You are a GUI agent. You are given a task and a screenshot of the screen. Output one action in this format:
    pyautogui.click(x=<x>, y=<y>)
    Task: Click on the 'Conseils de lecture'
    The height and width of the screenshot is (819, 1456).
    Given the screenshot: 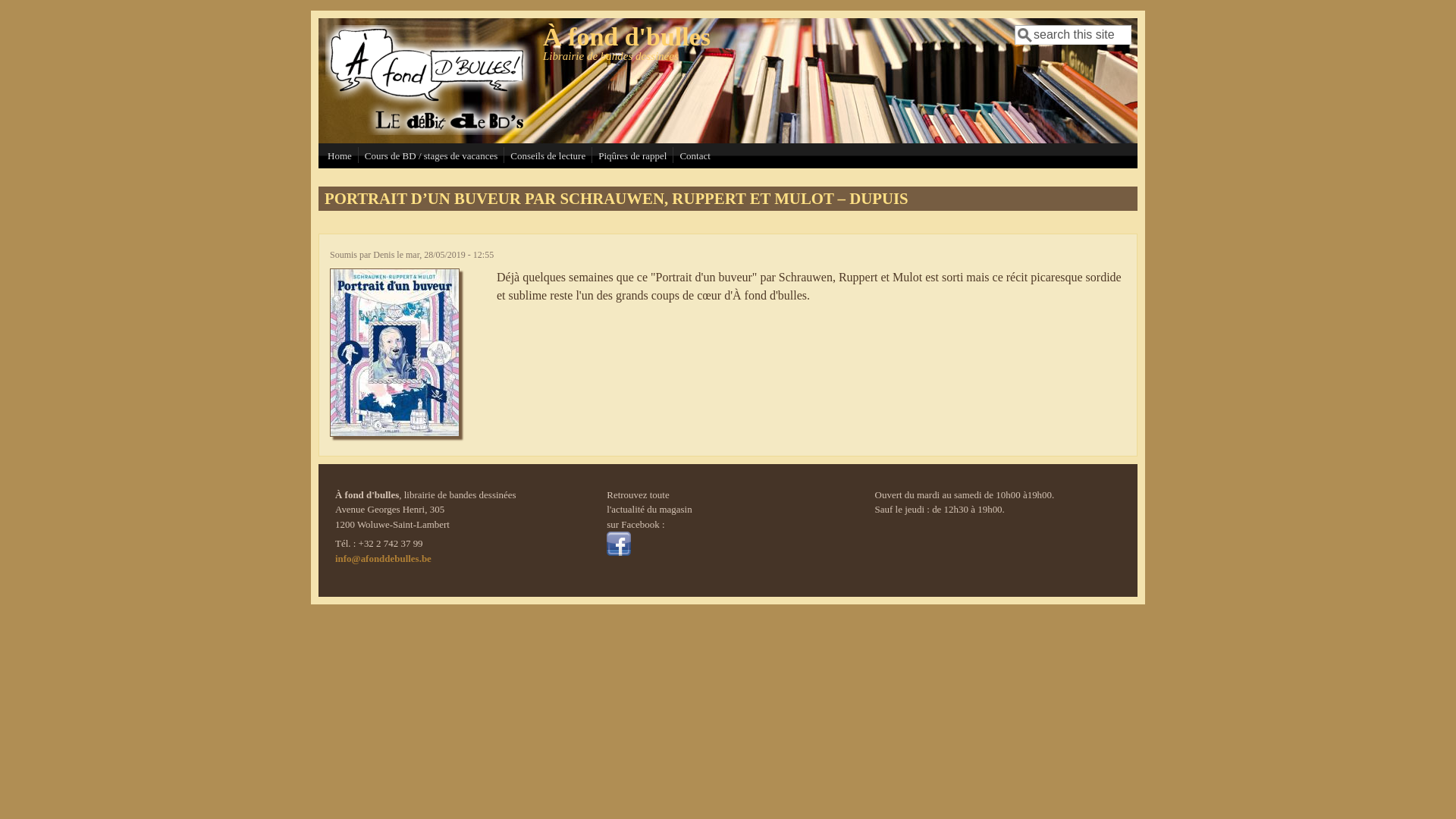 What is the action you would take?
    pyautogui.click(x=507, y=155)
    